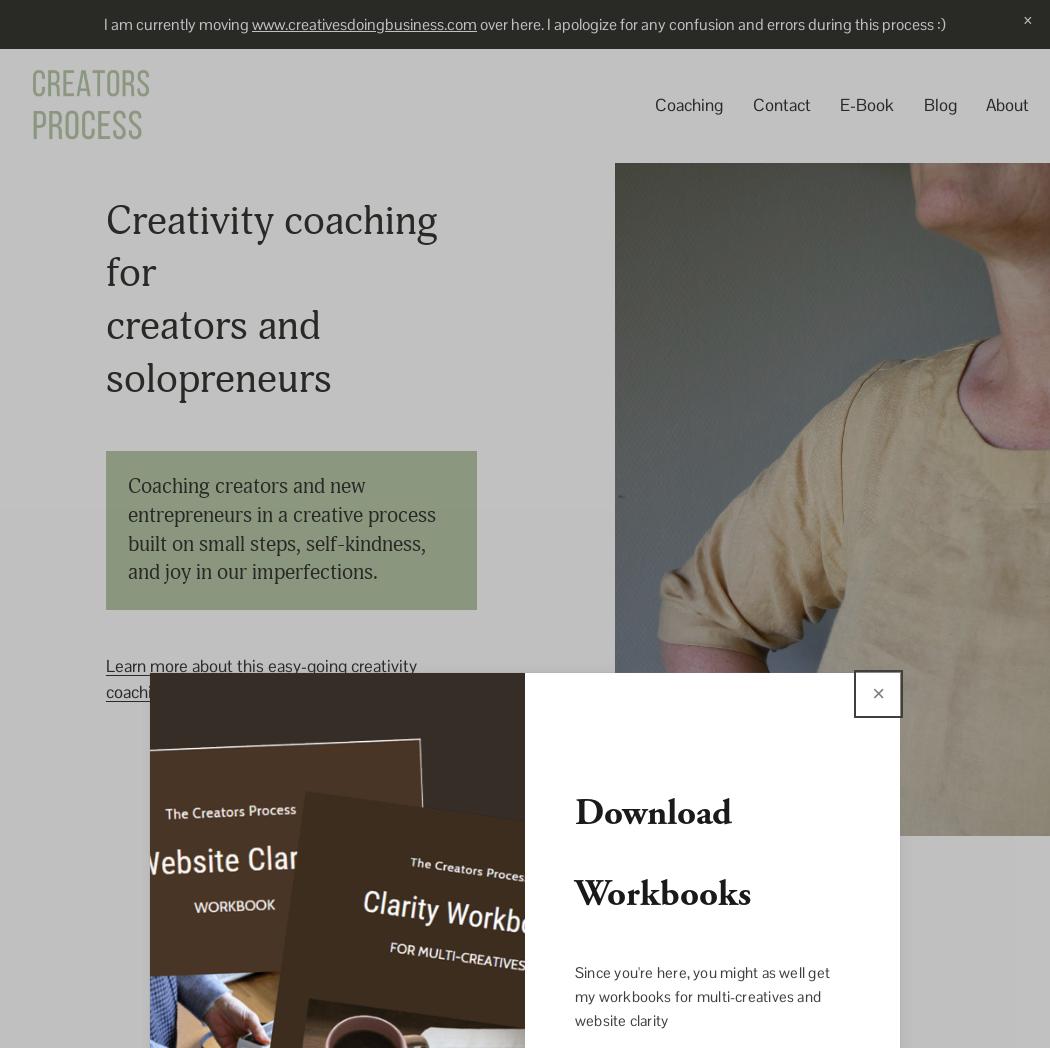 The width and height of the screenshot is (1050, 1048). What do you see at coordinates (283, 528) in the screenshot?
I see `'Coaching creators and new entrepreneurs in a creative process built on small steps, self-kindness, and joy in our imperfections.'` at bounding box center [283, 528].